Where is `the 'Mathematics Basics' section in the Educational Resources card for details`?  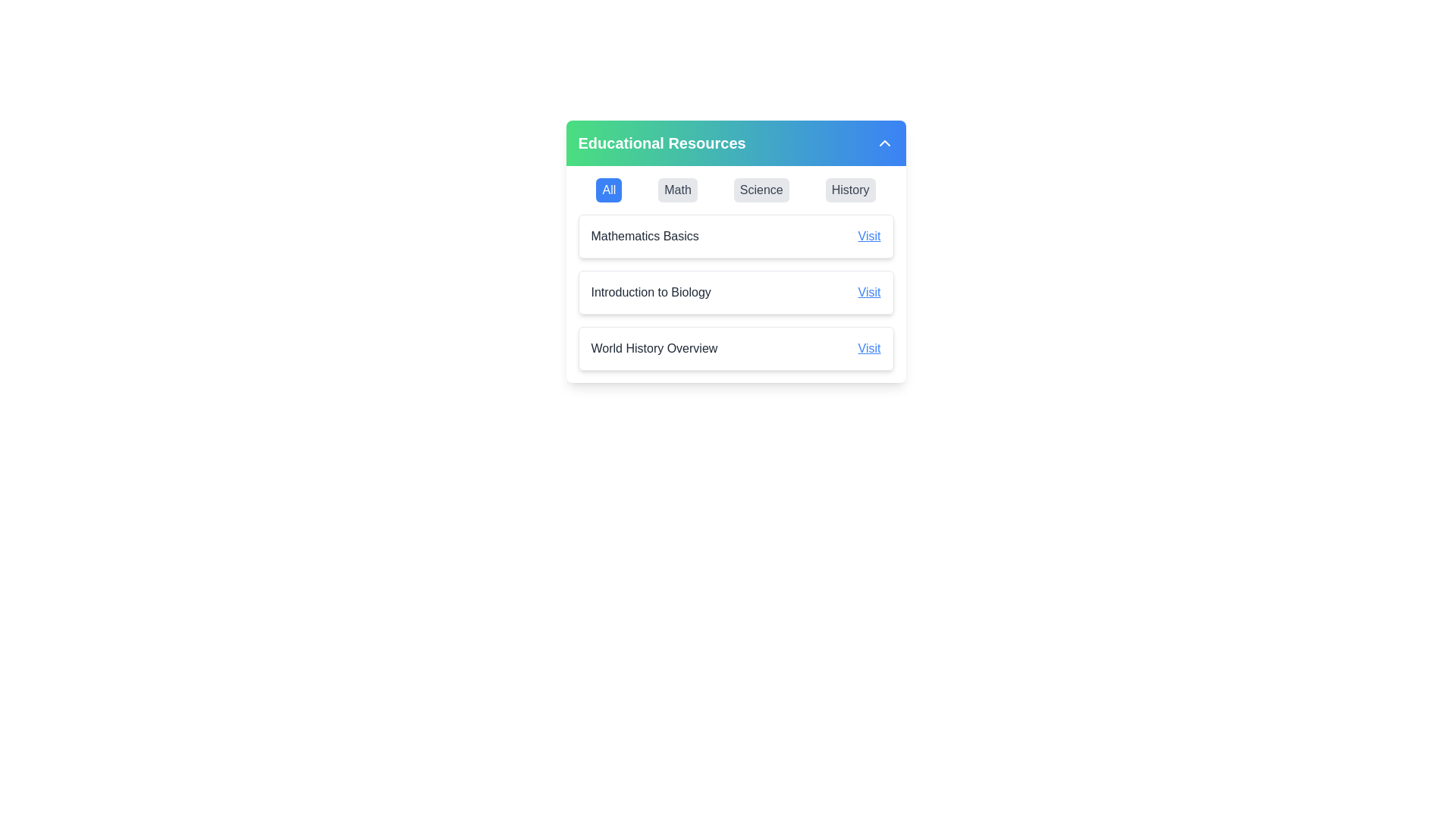
the 'Mathematics Basics' section in the Educational Resources card for details is located at coordinates (736, 250).